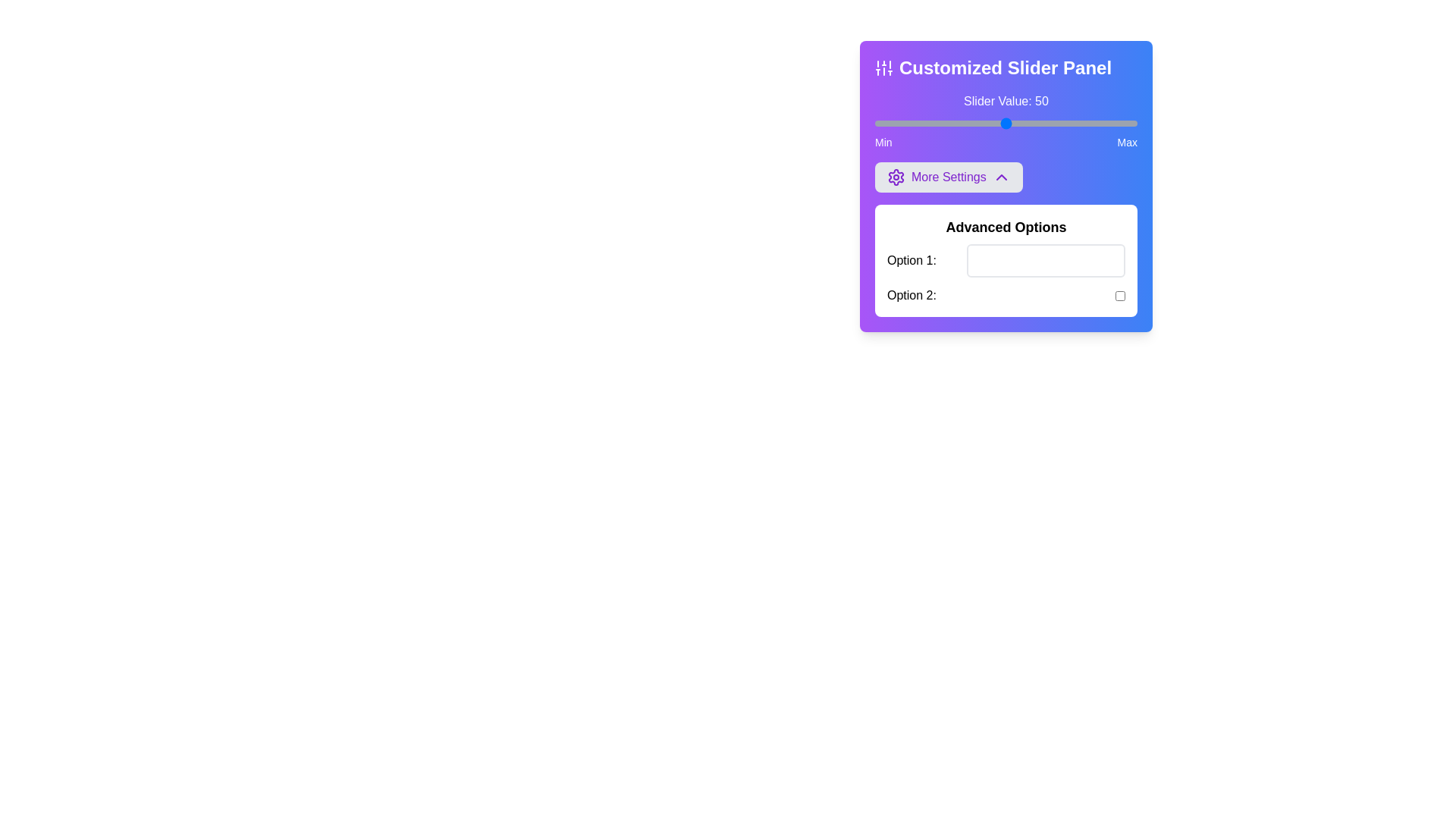  Describe the element at coordinates (1006, 102) in the screenshot. I see `the text label displaying 'Slider Value: 50', which is positioned above the slider component` at that location.